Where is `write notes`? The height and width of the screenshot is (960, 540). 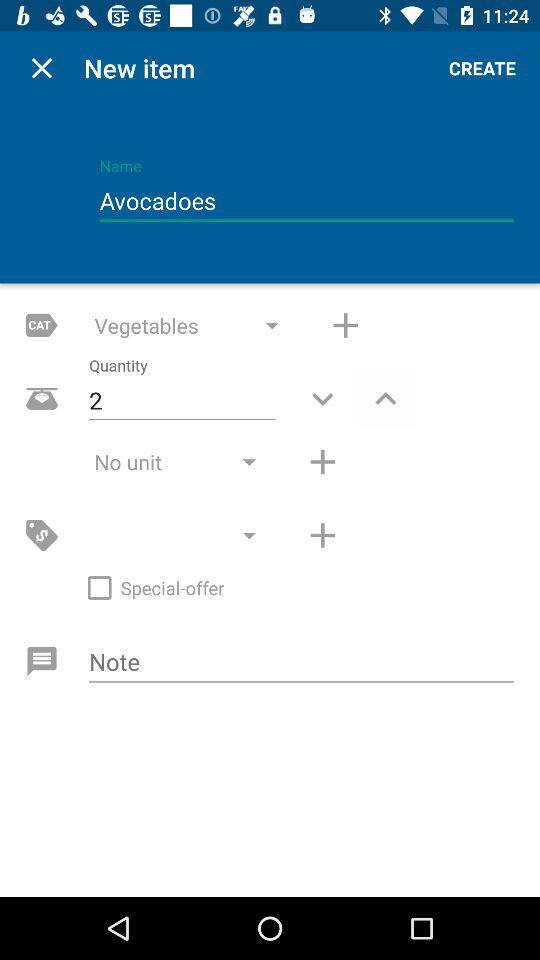
write notes is located at coordinates (300, 663).